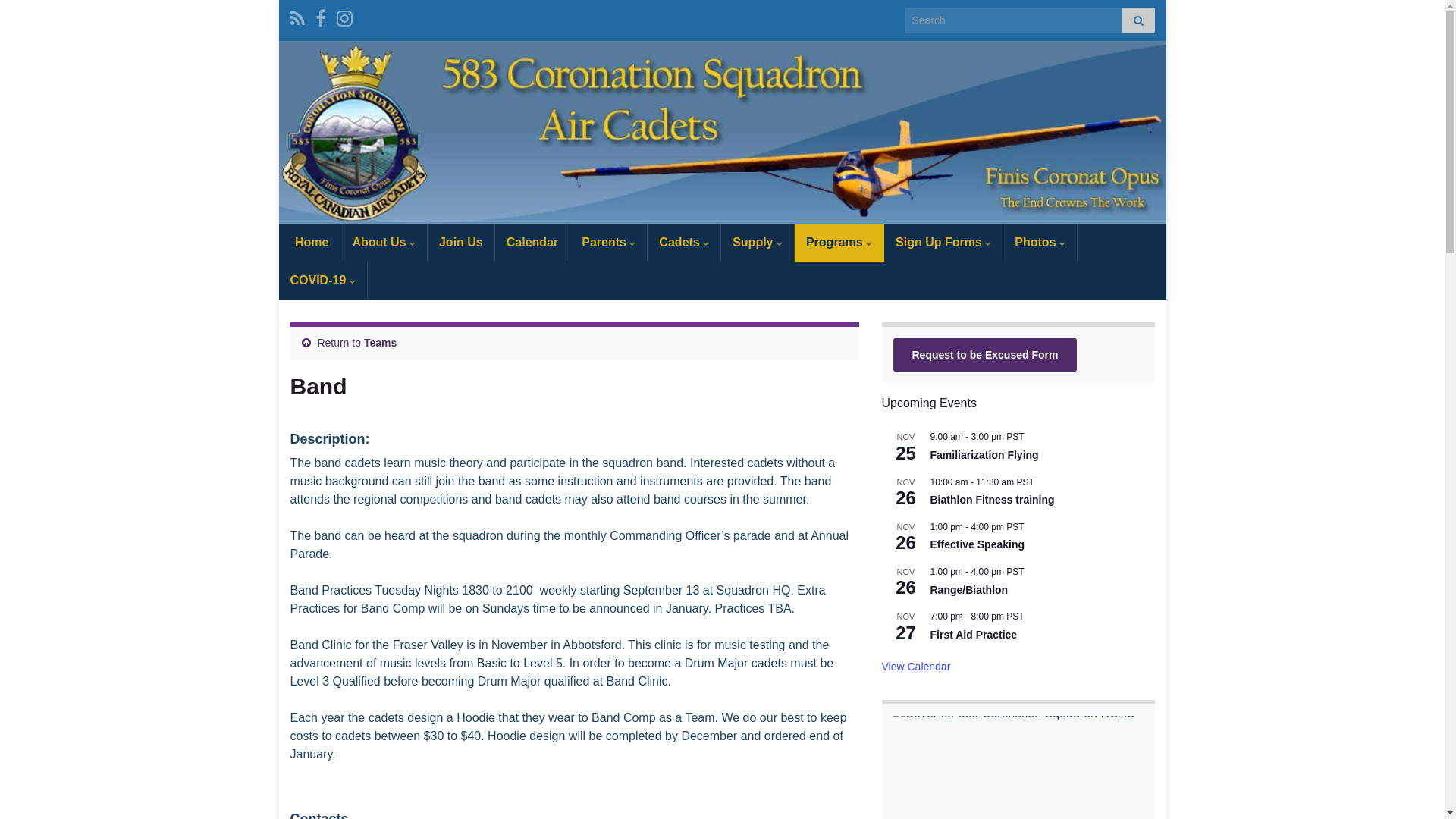 The width and height of the screenshot is (1456, 819). Describe the element at coordinates (309, 242) in the screenshot. I see `'Home'` at that location.